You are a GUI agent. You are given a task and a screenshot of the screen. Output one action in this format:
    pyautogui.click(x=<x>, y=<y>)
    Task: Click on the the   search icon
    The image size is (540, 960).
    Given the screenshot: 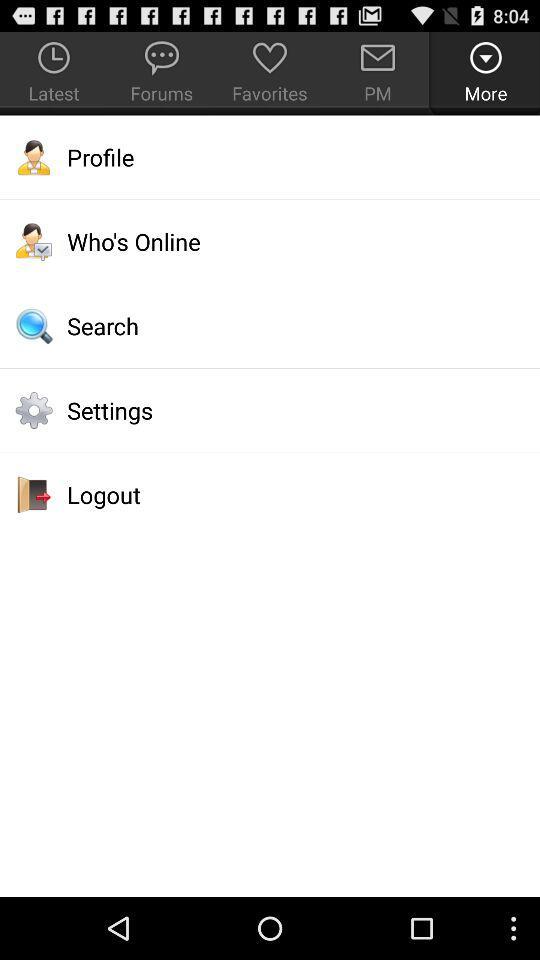 What is the action you would take?
    pyautogui.click(x=270, y=326)
    